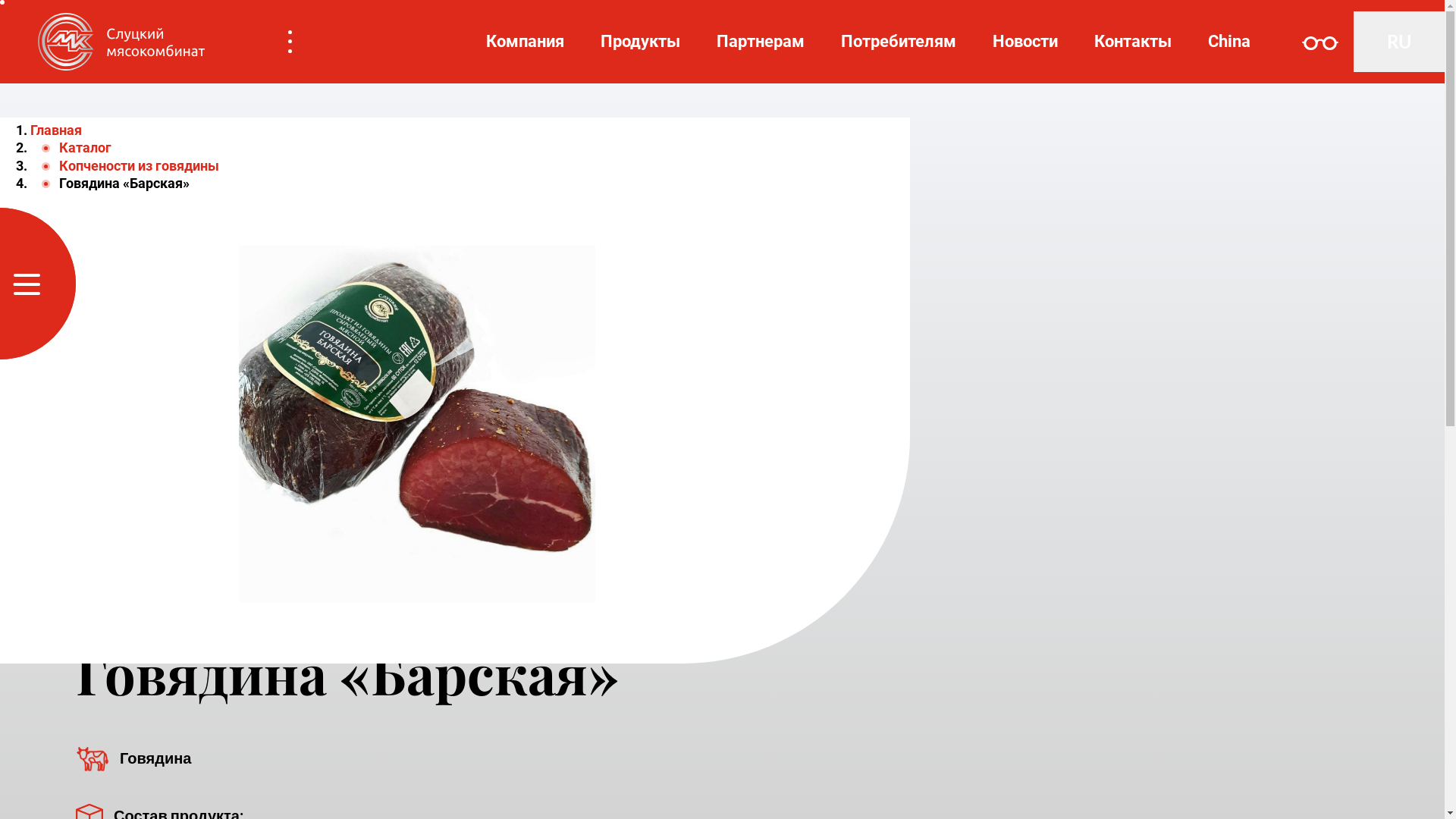  What do you see at coordinates (1354, 40) in the screenshot?
I see `'RU'` at bounding box center [1354, 40].